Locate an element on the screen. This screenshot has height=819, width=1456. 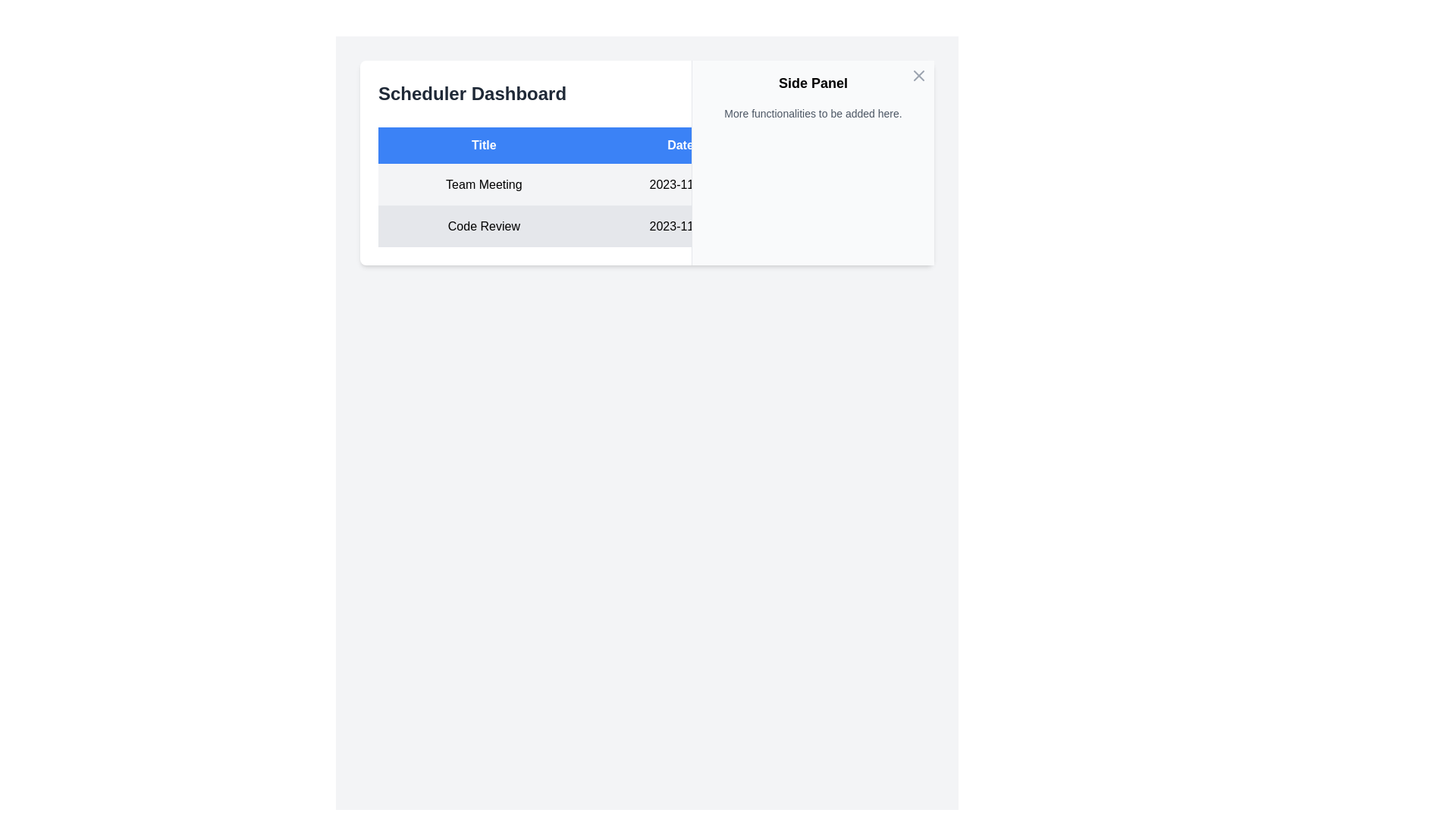
text element labeled 'Side Panel', which is prominently displayed in bold and large font at the top of the side panel is located at coordinates (812, 83).